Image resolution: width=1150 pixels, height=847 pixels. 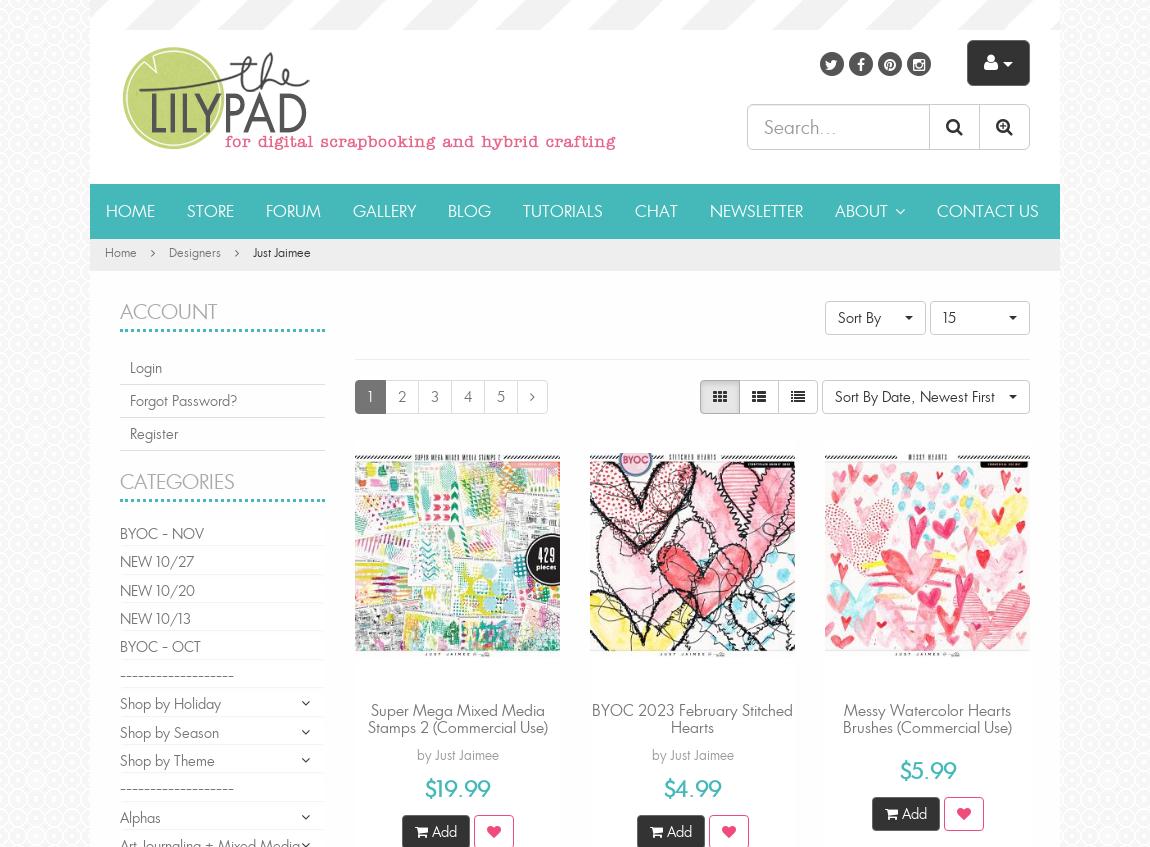 What do you see at coordinates (915, 394) in the screenshot?
I see `'Sort By Date, Newest First'` at bounding box center [915, 394].